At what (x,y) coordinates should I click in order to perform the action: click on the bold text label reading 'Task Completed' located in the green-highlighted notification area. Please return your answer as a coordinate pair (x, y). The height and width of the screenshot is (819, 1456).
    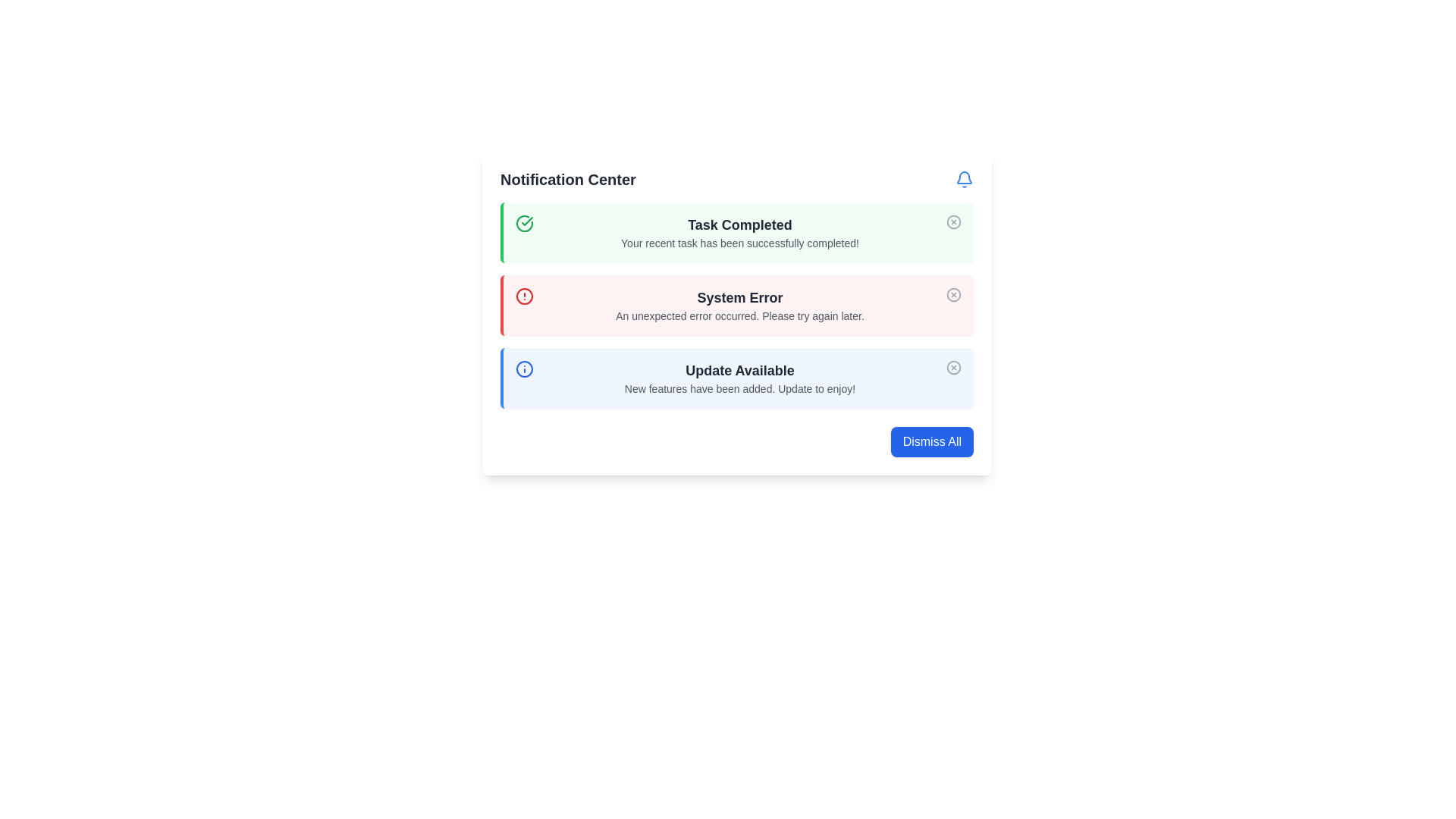
    Looking at the image, I should click on (739, 225).